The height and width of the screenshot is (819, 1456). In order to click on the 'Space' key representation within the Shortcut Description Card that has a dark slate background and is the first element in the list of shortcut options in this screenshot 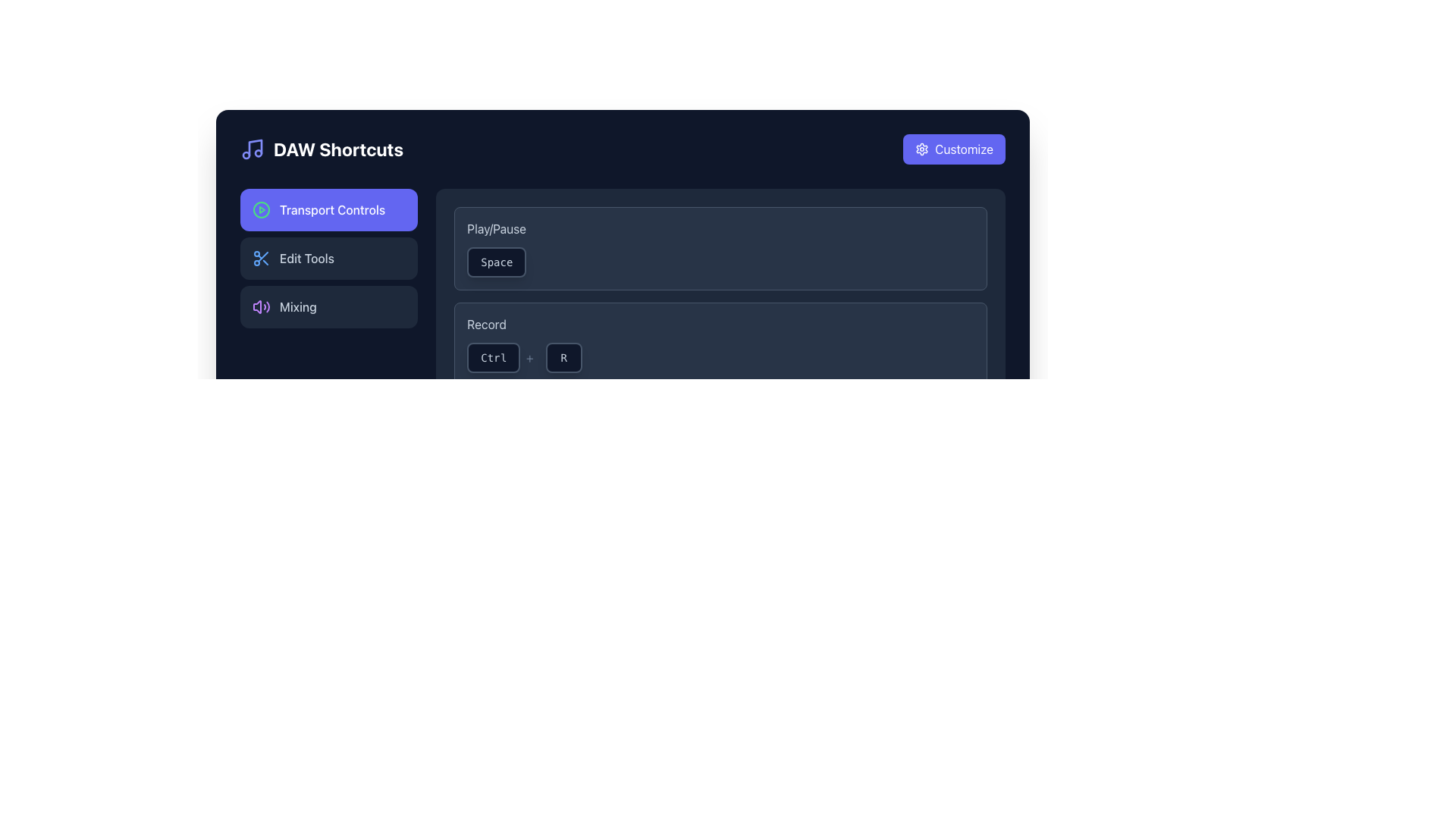, I will do `click(720, 247)`.